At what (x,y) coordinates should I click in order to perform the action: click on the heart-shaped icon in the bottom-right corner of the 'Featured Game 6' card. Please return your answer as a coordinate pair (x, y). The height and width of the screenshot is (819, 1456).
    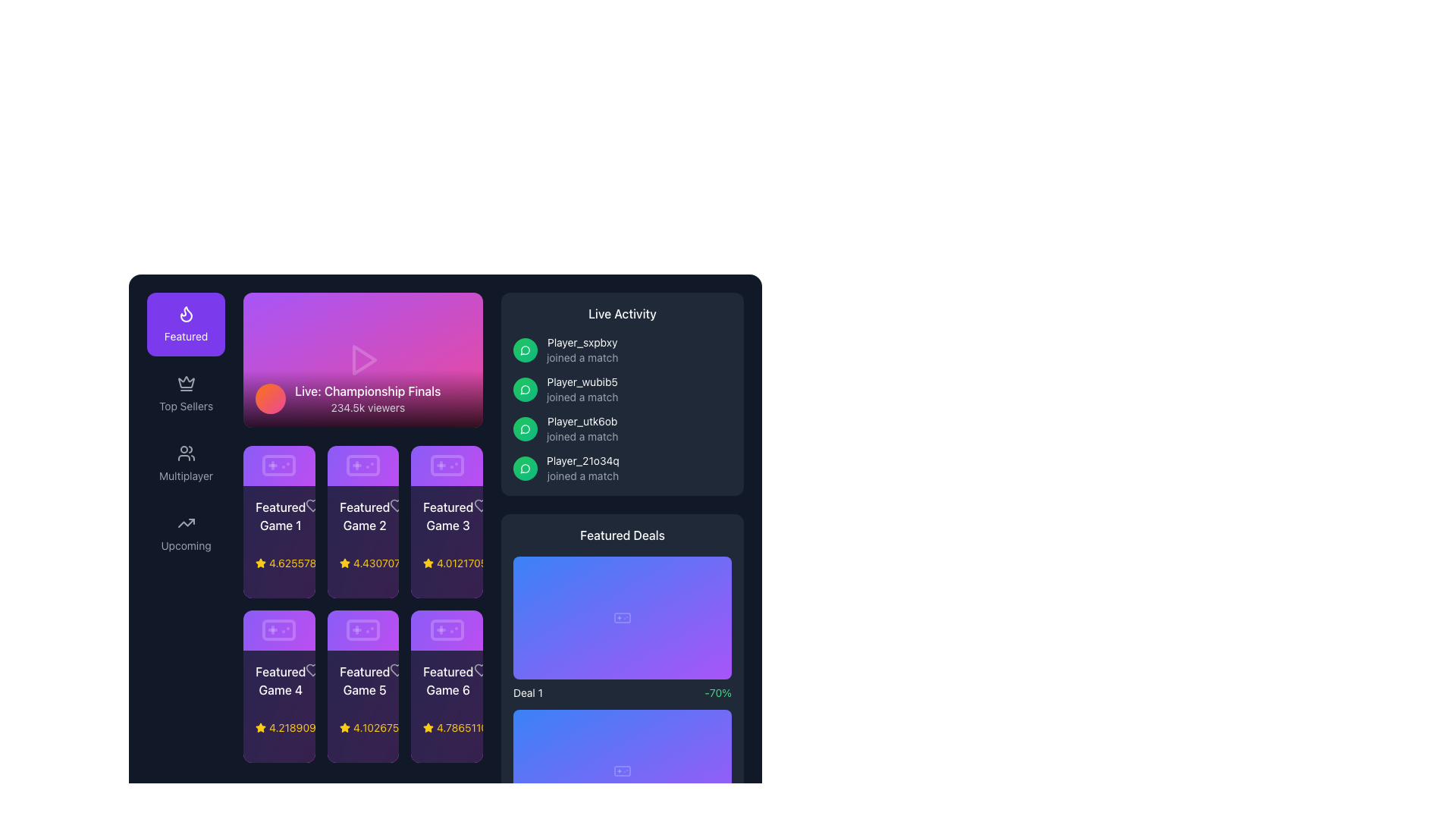
    Looking at the image, I should click on (480, 670).